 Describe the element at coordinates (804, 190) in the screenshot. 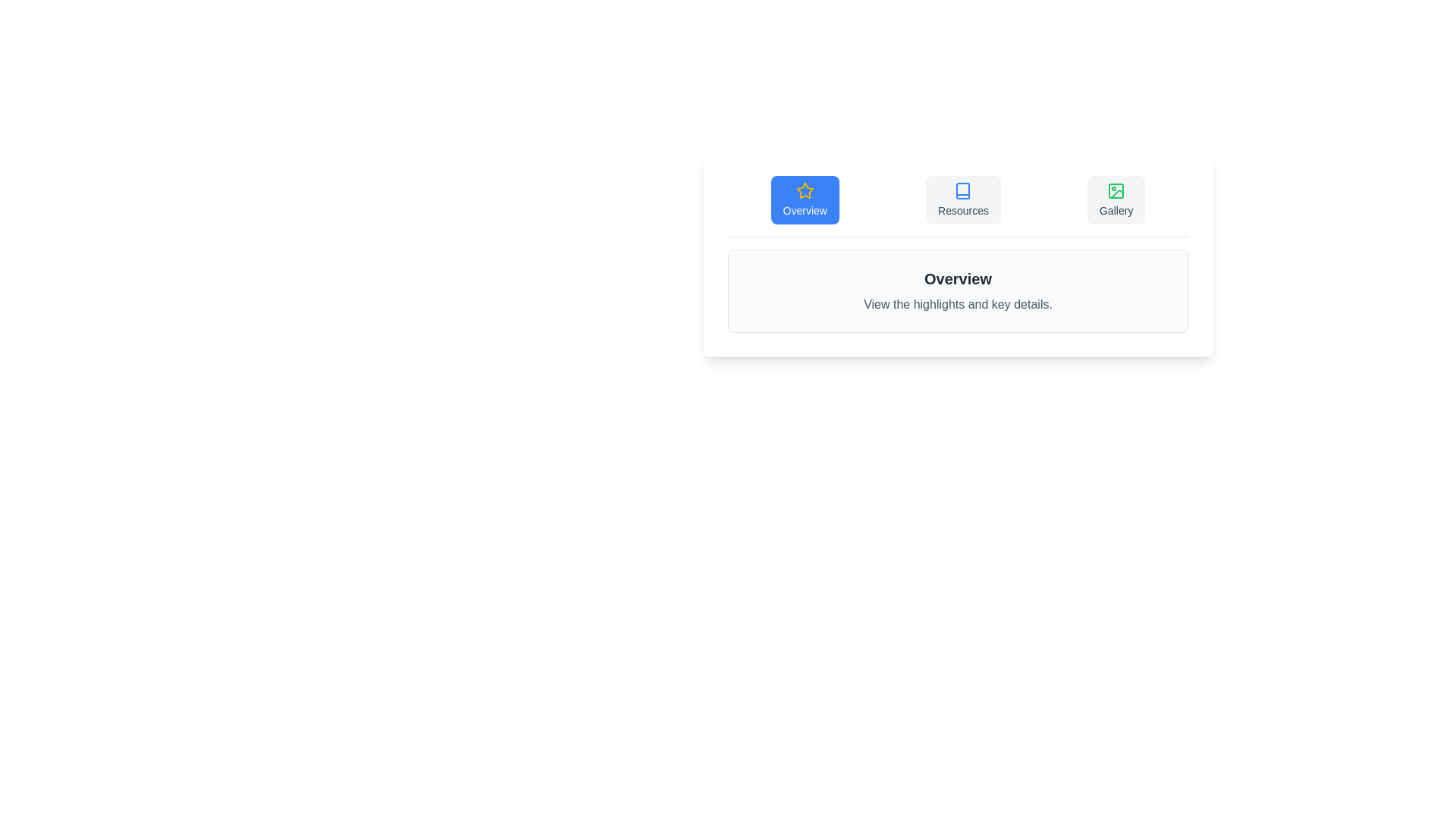

I see `the icon of the Overview tab` at that location.